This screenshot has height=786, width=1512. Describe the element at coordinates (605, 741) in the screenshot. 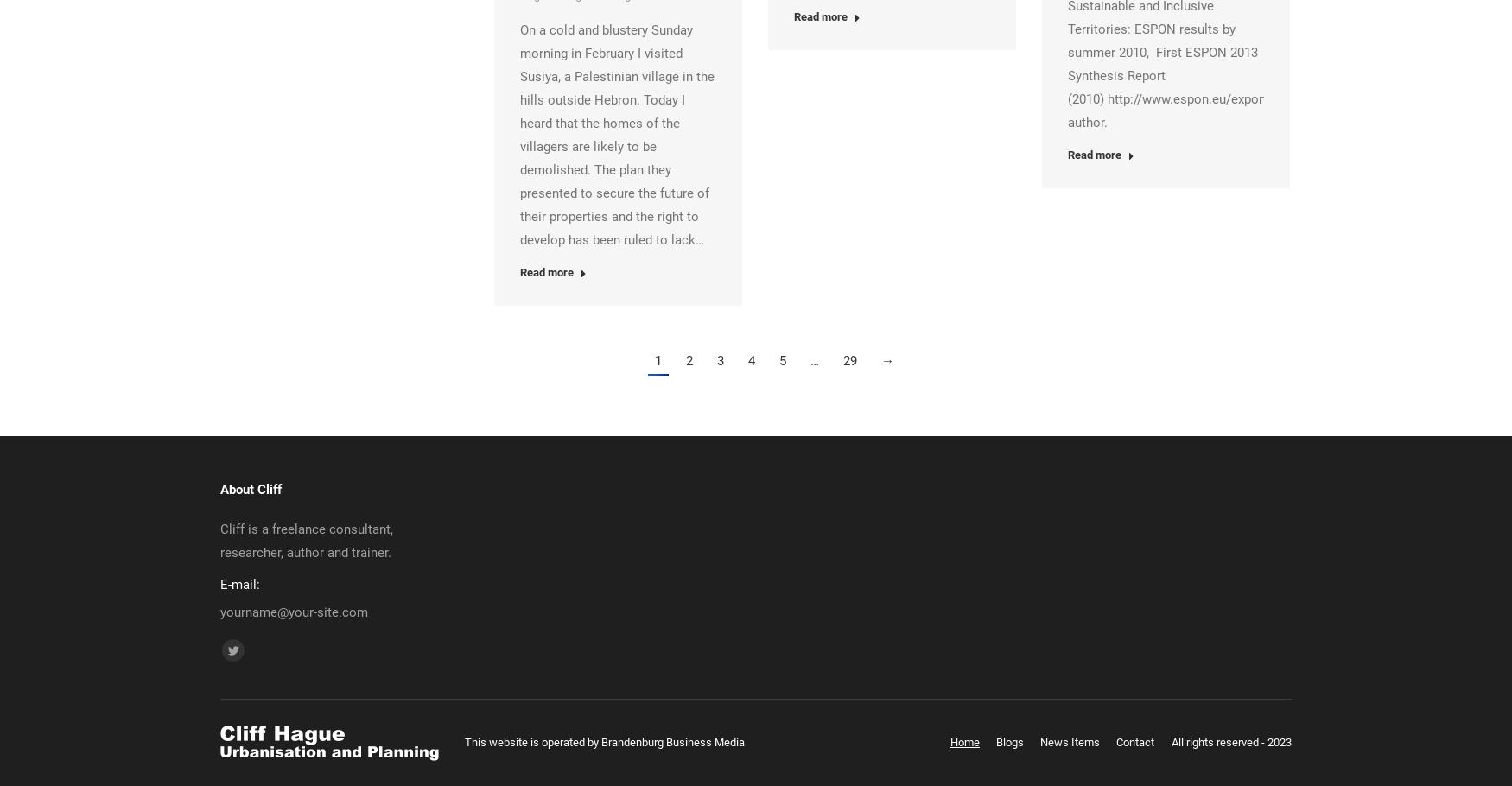

I see `'This website is operated by Brandenburg Business Media'` at that location.